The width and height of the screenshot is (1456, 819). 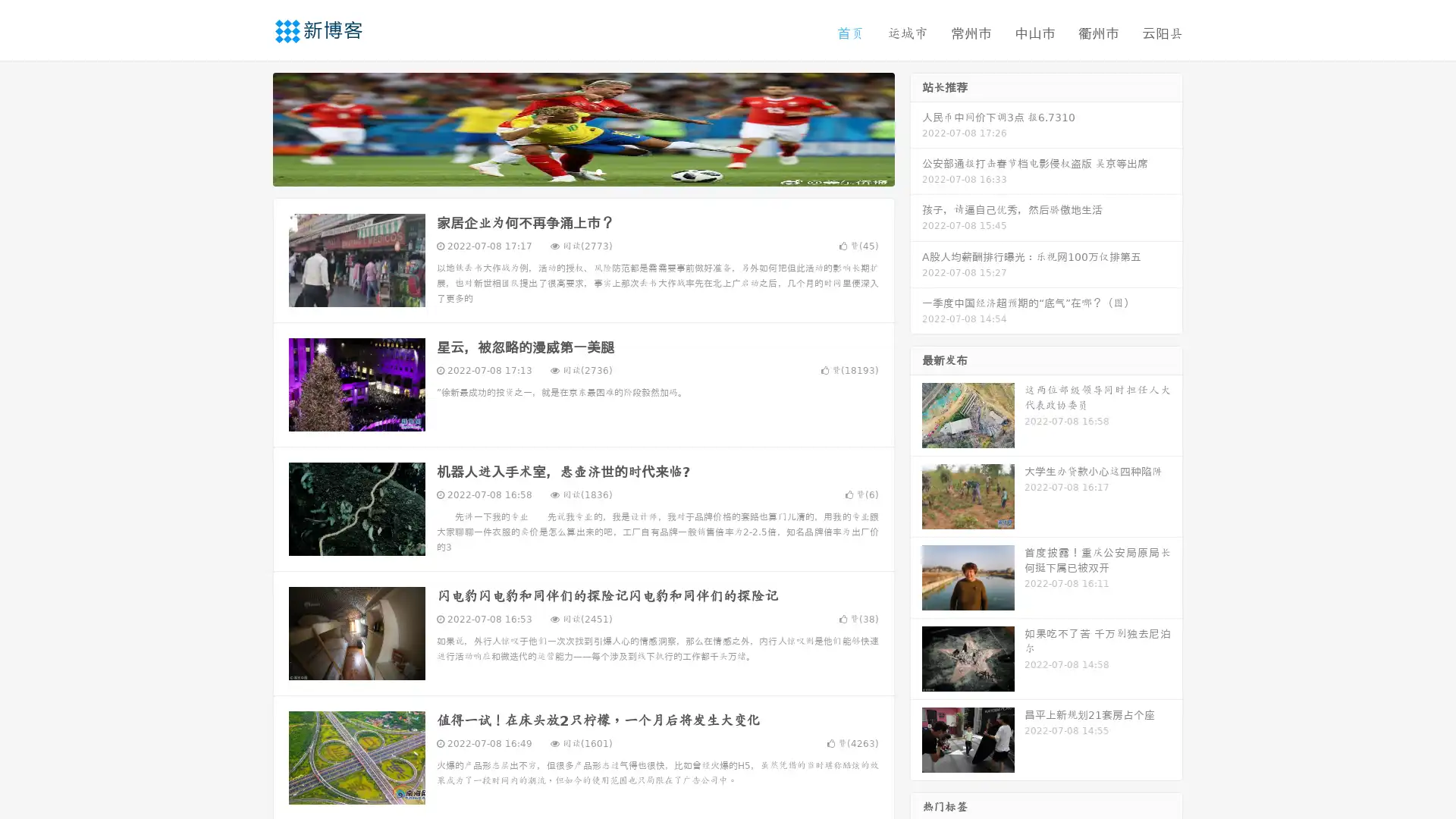 What do you see at coordinates (598, 171) in the screenshot?
I see `Go to slide 3` at bounding box center [598, 171].